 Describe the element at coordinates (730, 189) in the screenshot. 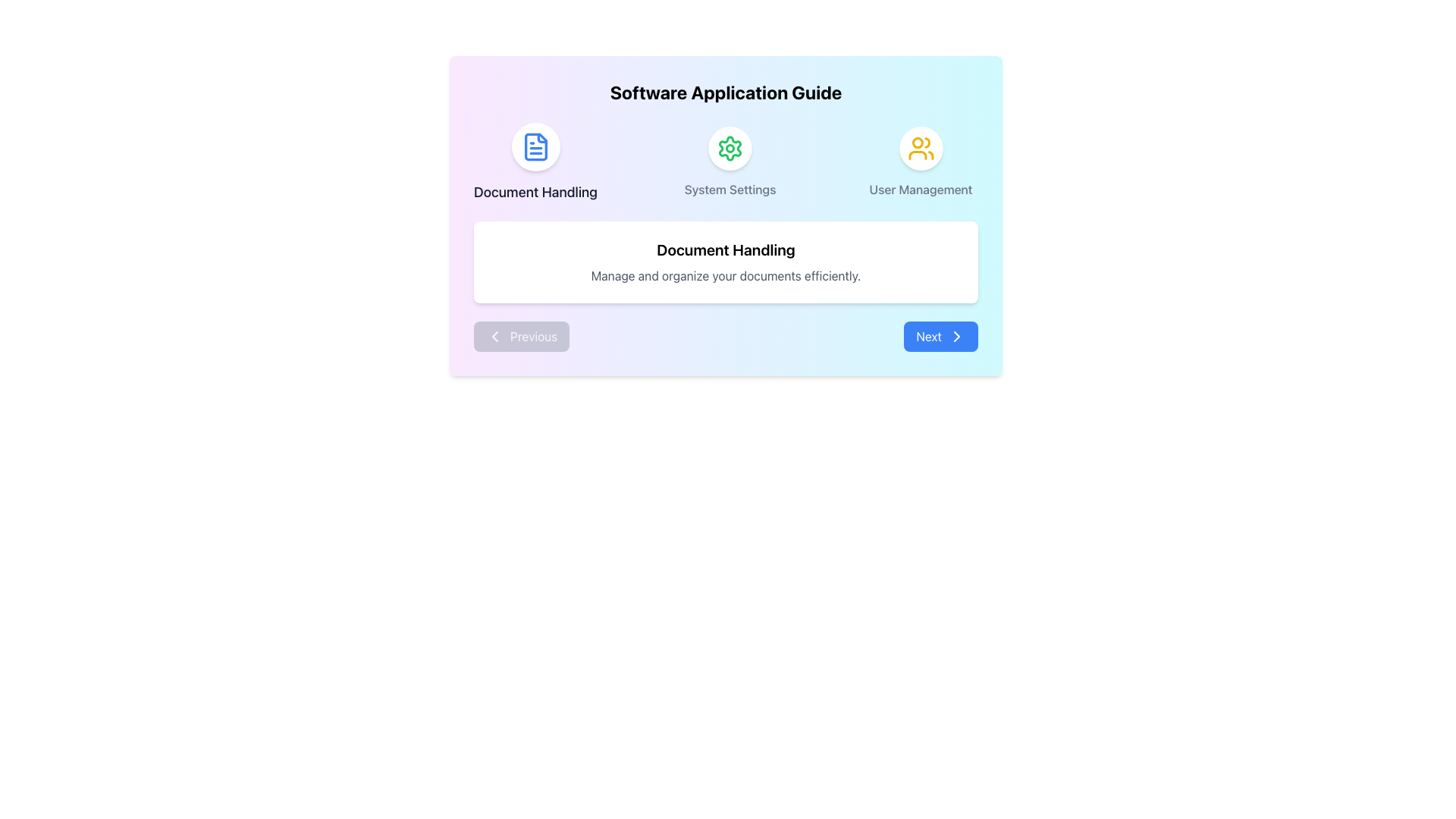

I see `the 'System Settings' label, which displays the words in gray color and is positioned centrally below the gear icon` at that location.